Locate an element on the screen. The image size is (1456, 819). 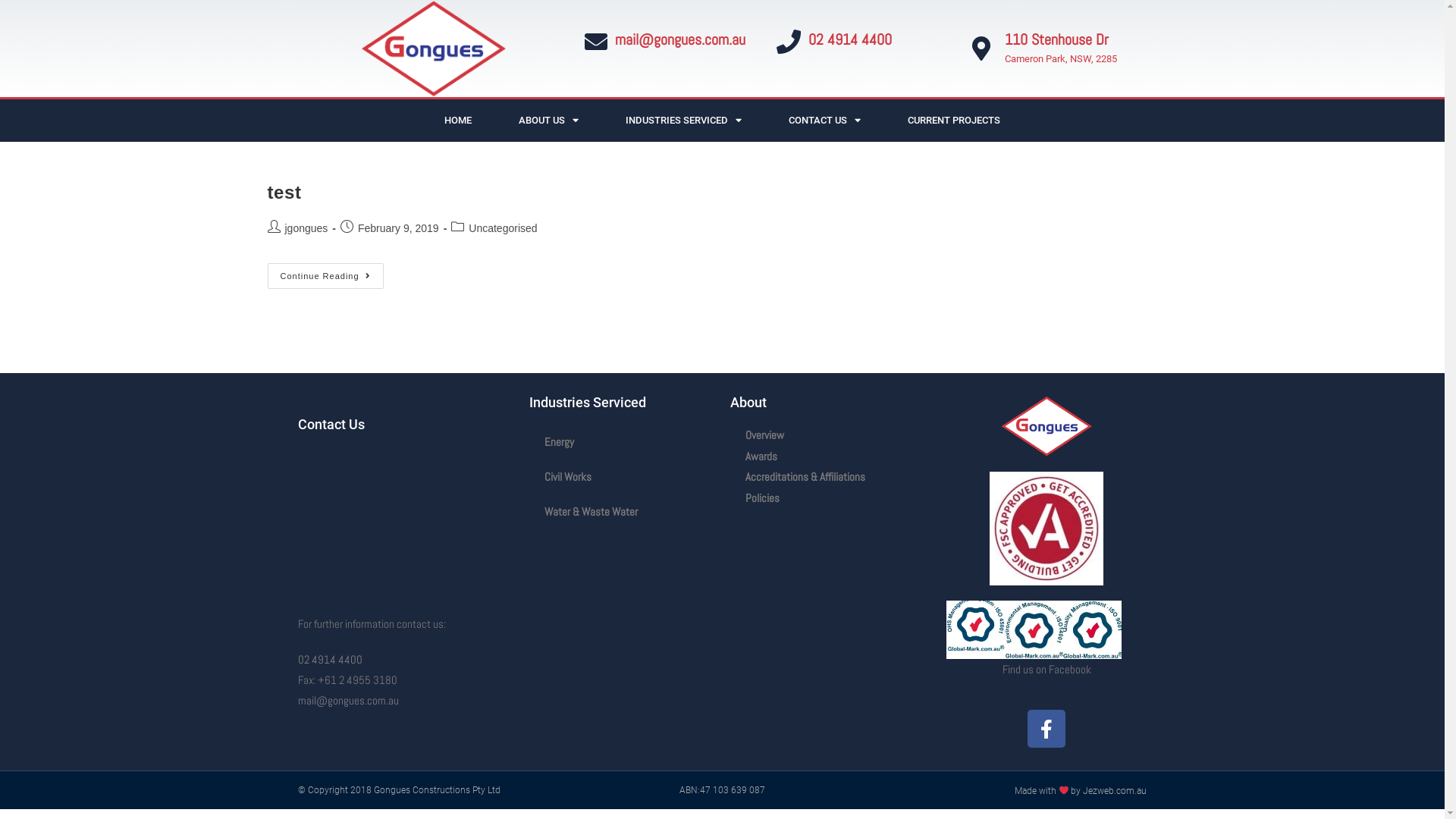
'Accreditations & Affiliations' is located at coordinates (829, 475).